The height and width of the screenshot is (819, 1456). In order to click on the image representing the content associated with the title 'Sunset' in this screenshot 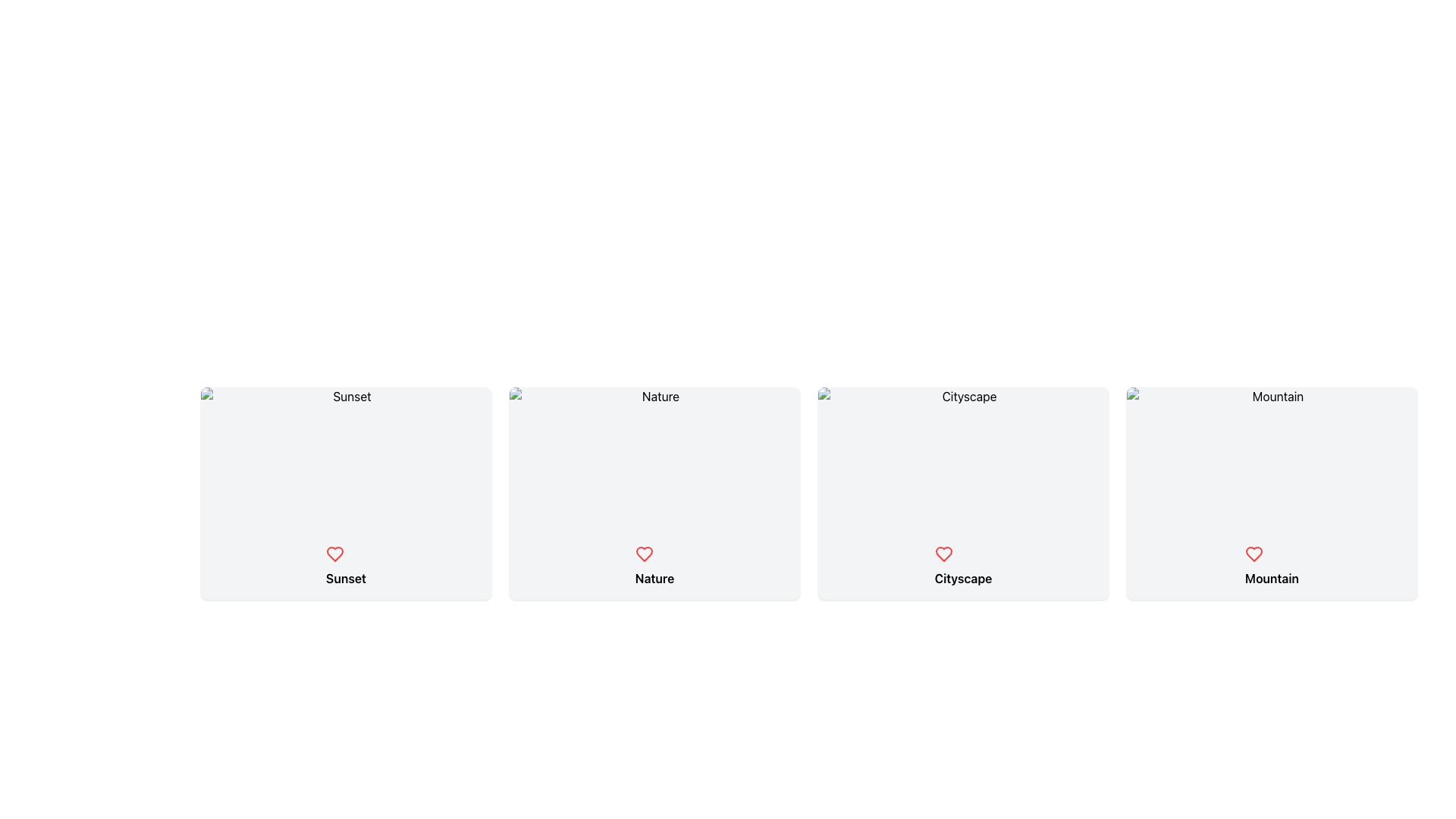, I will do `click(345, 459)`.